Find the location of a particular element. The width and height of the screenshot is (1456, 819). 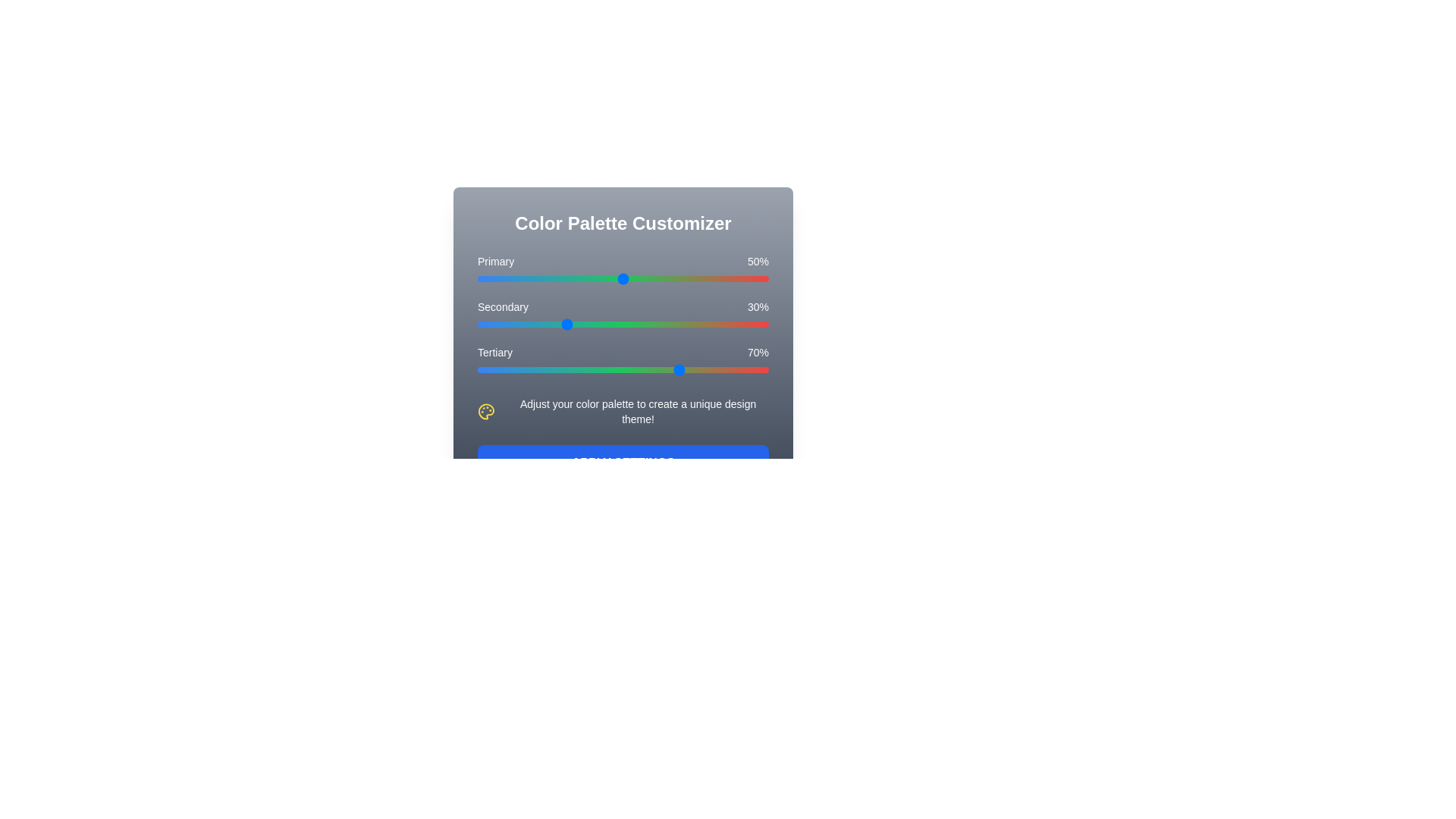

the tertiary slider is located at coordinates (510, 370).